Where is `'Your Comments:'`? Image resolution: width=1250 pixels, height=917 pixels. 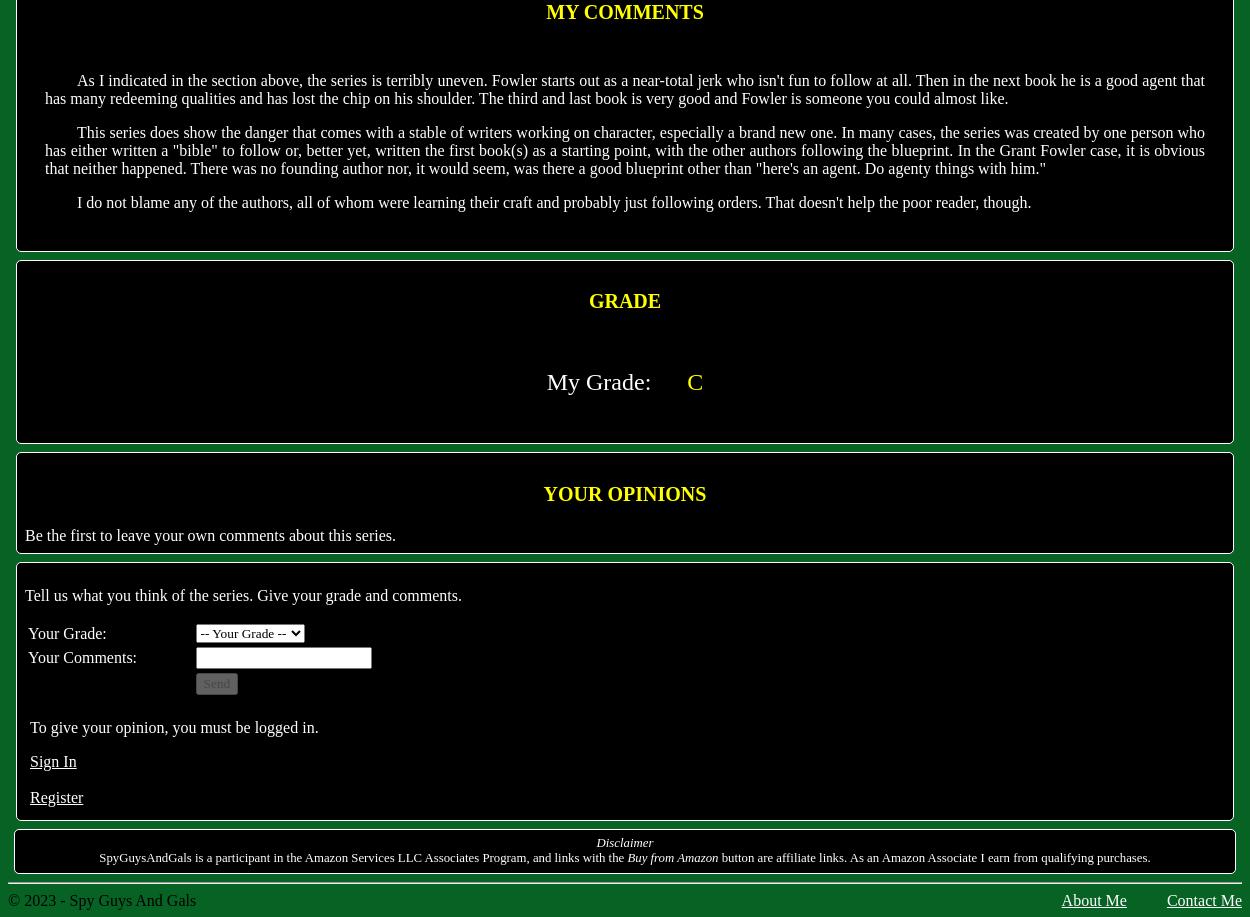 'Your Comments:' is located at coordinates (28, 657).